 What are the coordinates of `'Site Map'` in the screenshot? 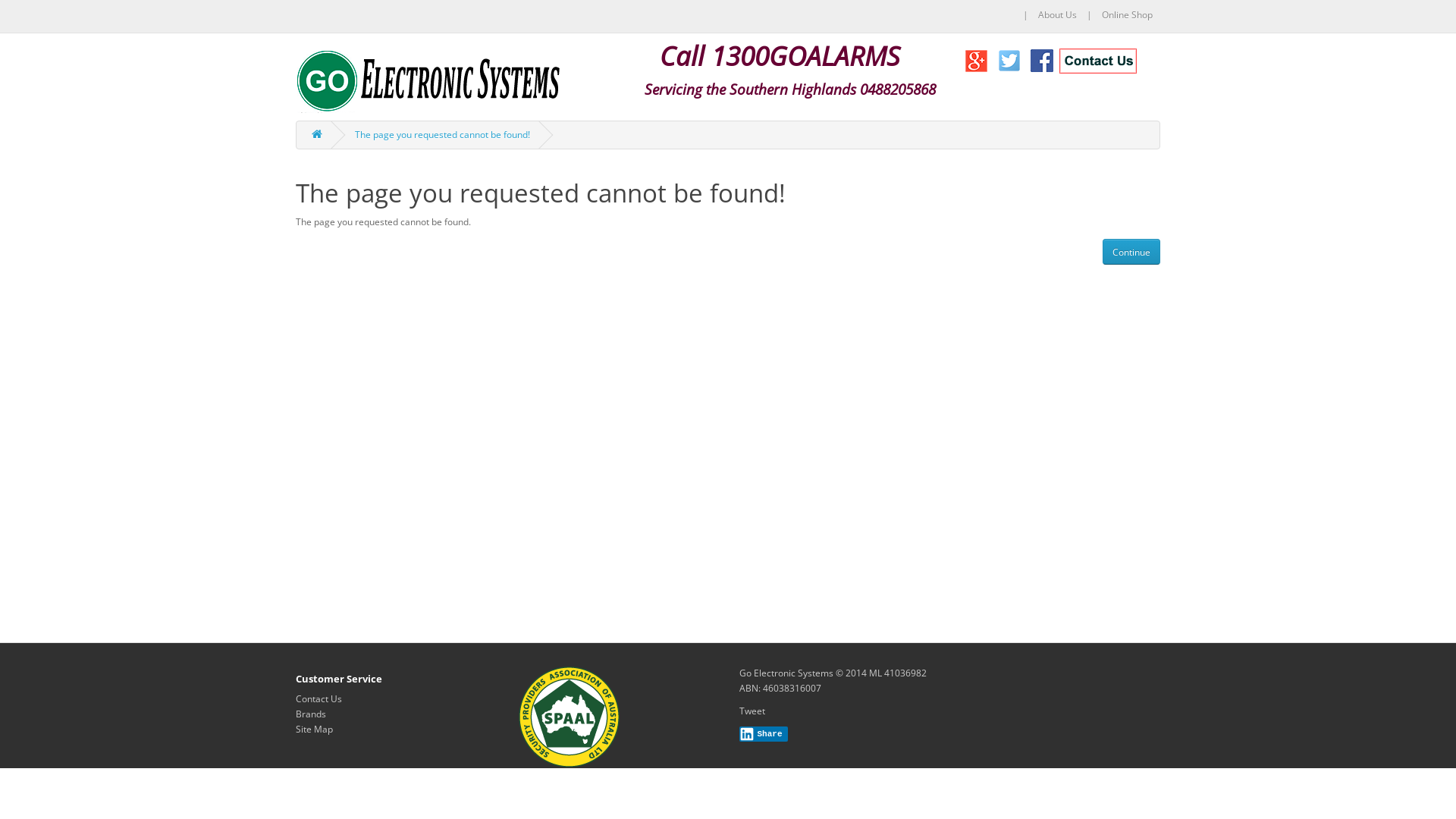 It's located at (295, 728).